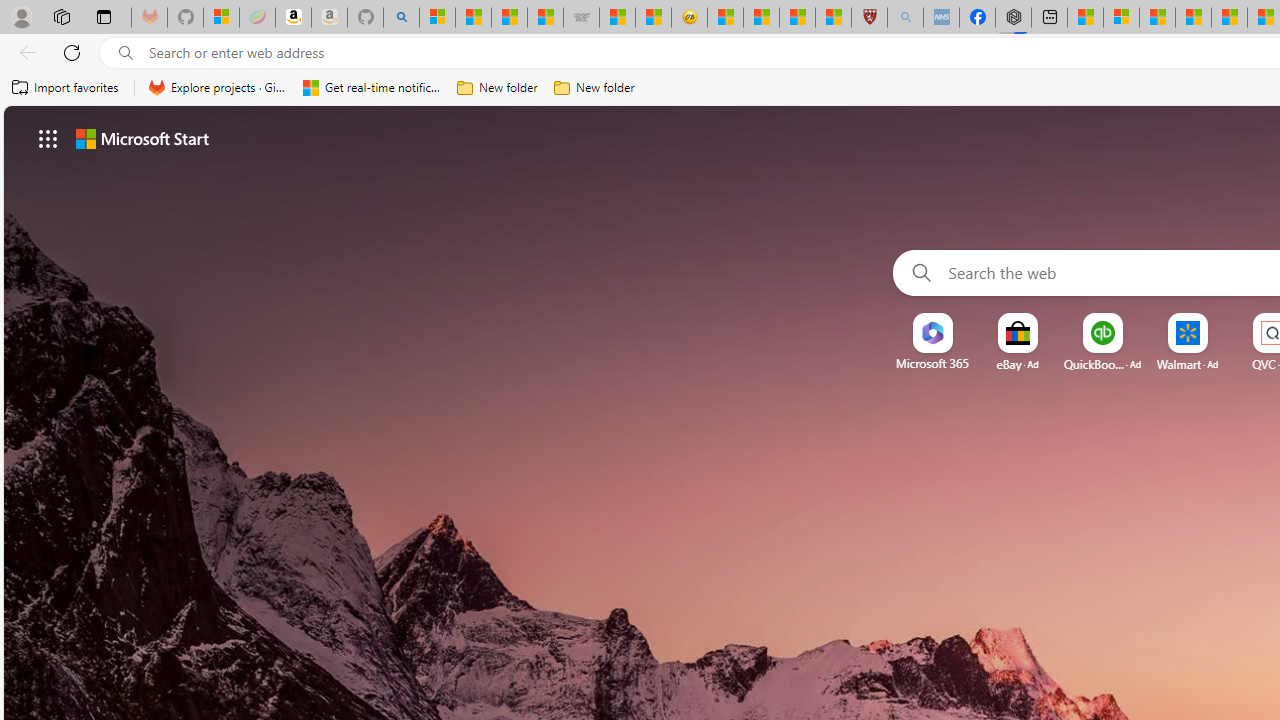 This screenshot has width=1280, height=720. I want to click on '12 Popular Science Lies that Must be Corrected', so click(833, 17).